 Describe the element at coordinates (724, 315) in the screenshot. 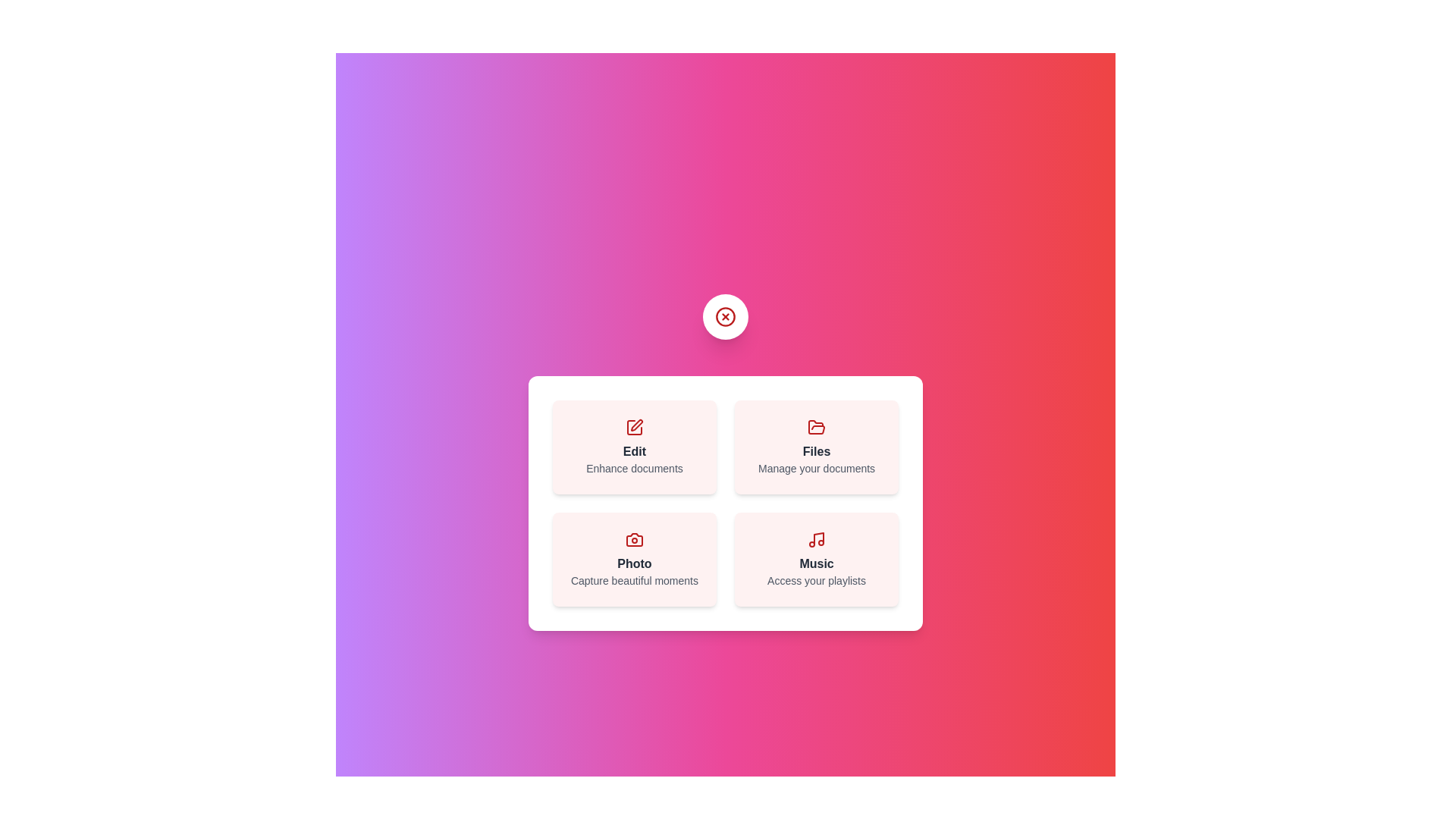

I see `the toggle button to close the main menu` at that location.